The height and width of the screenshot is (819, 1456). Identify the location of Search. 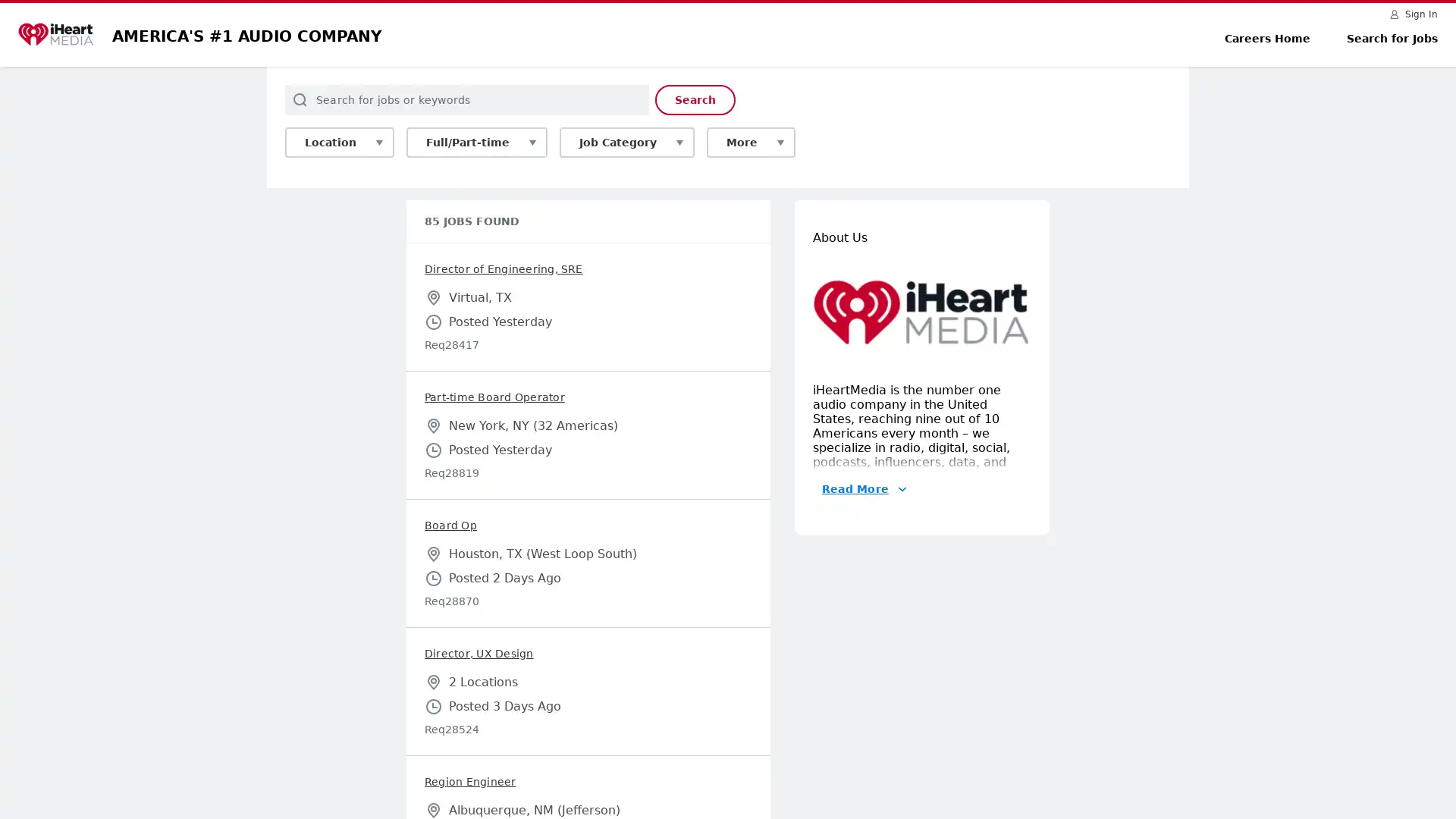
(691, 379).